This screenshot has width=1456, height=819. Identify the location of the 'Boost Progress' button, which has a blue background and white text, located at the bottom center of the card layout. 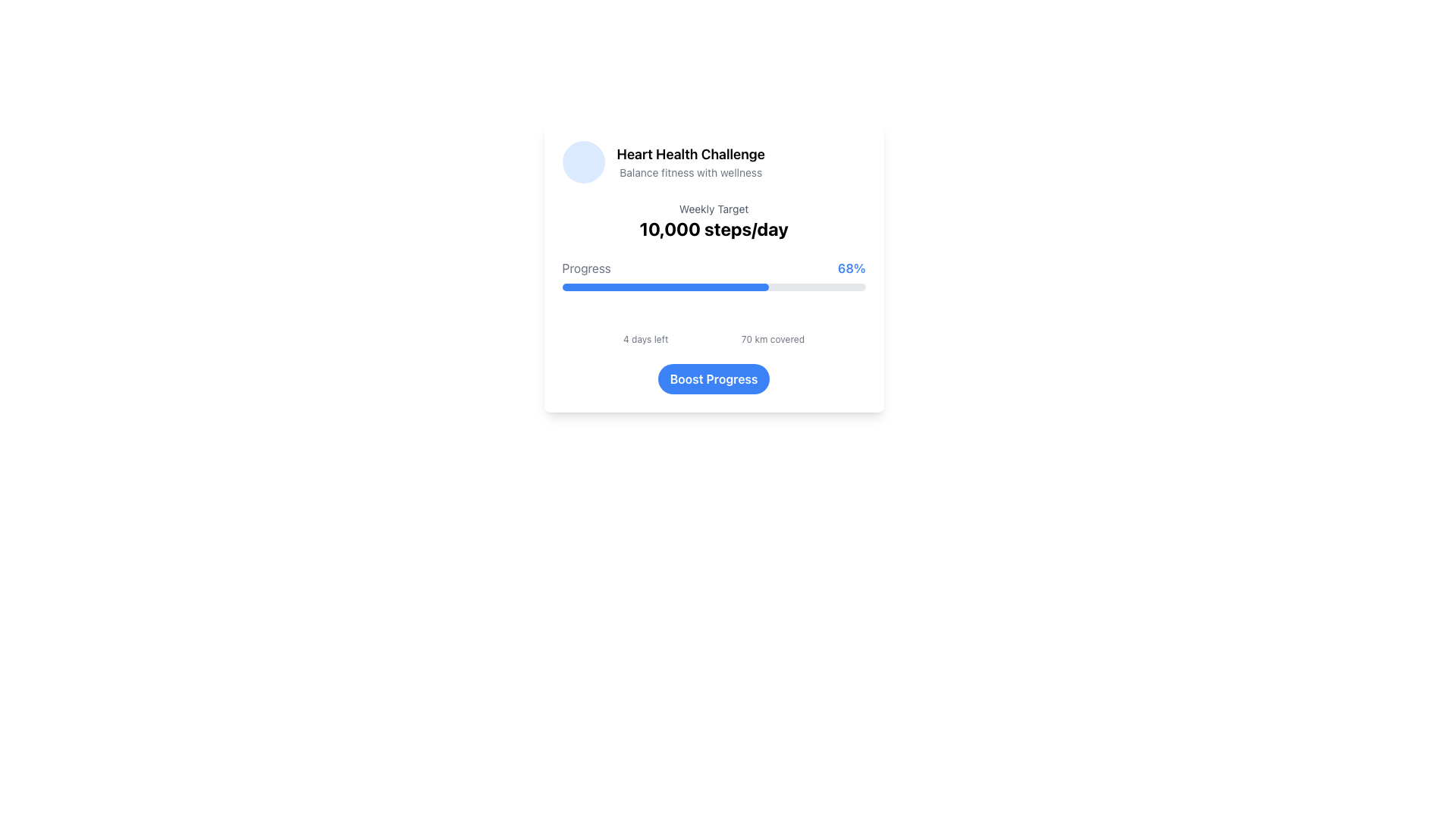
(713, 378).